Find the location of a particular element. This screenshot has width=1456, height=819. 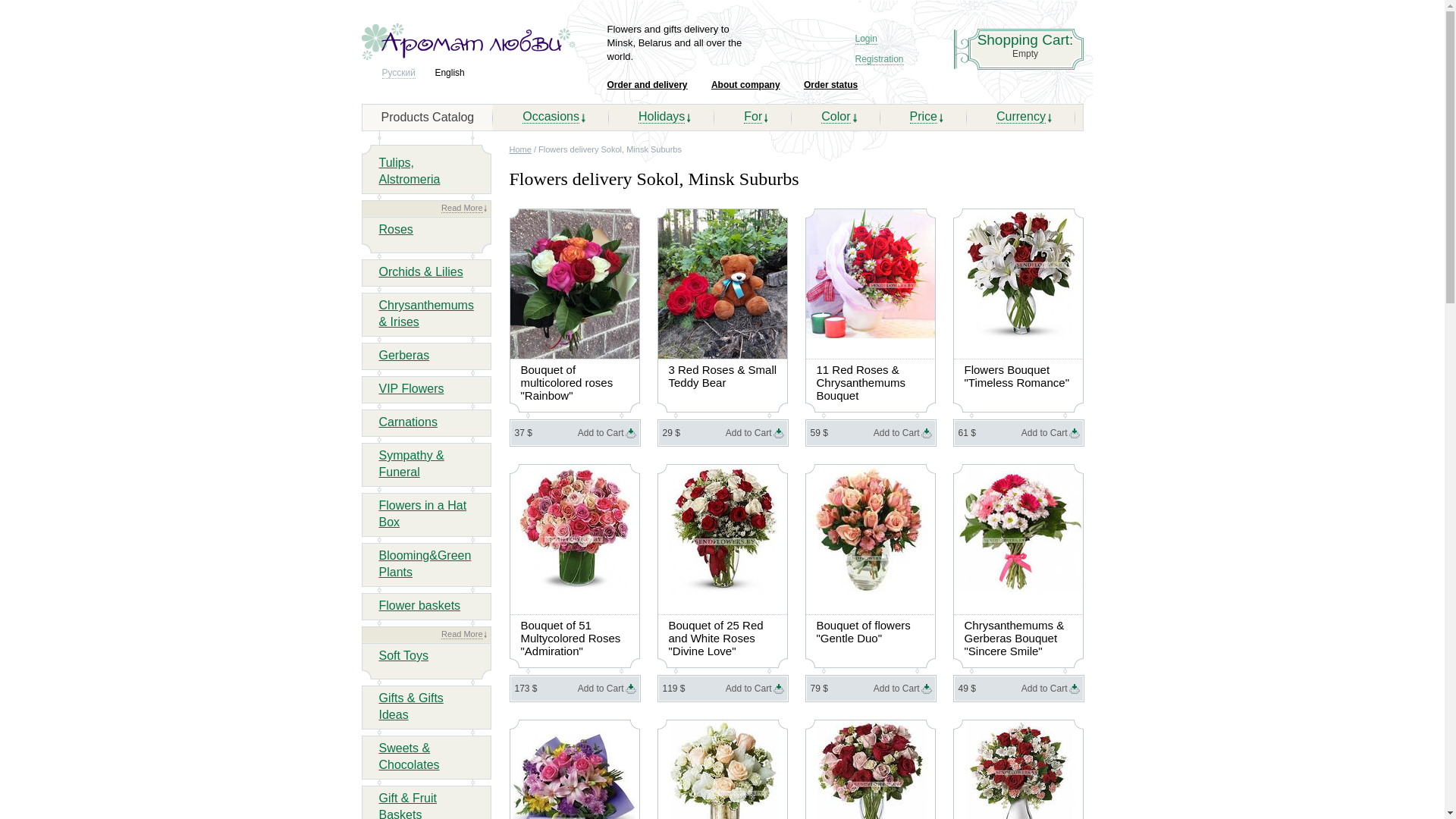

'Login' is located at coordinates (866, 36).